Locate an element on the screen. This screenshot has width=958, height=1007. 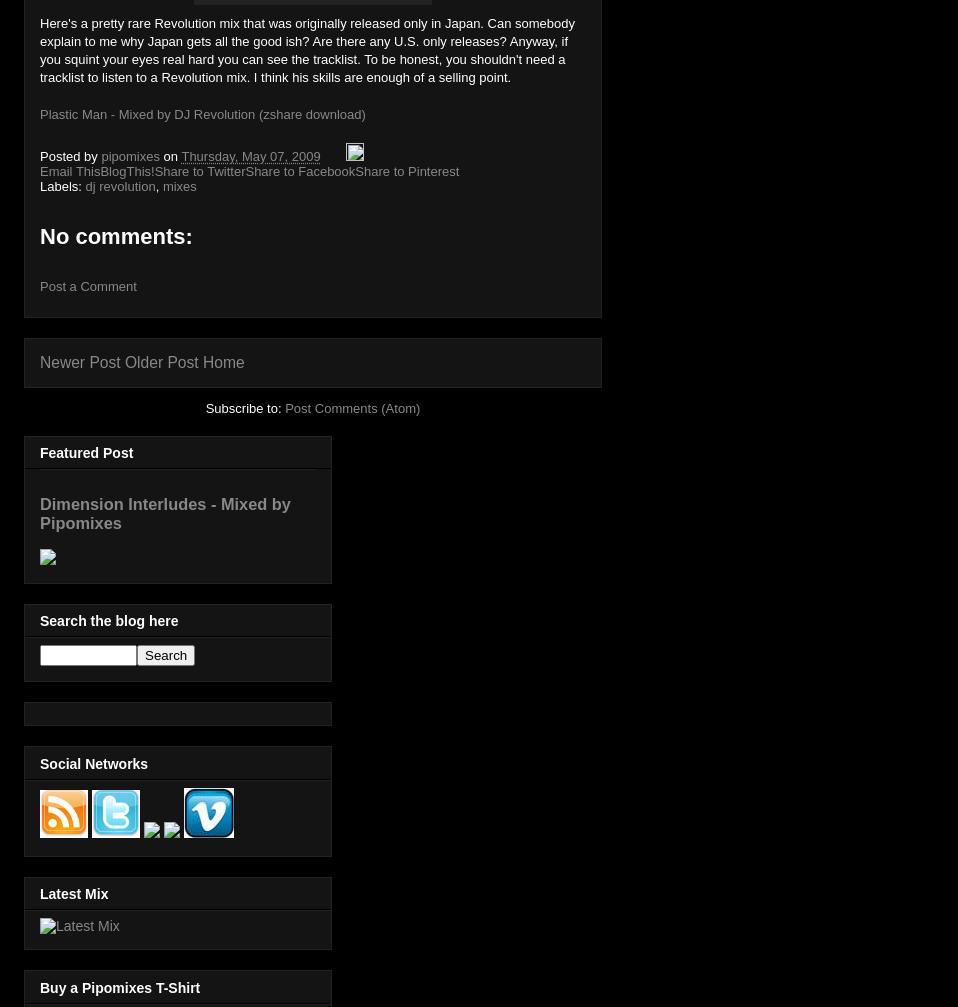
'Post Comments (Atom)' is located at coordinates (351, 407).